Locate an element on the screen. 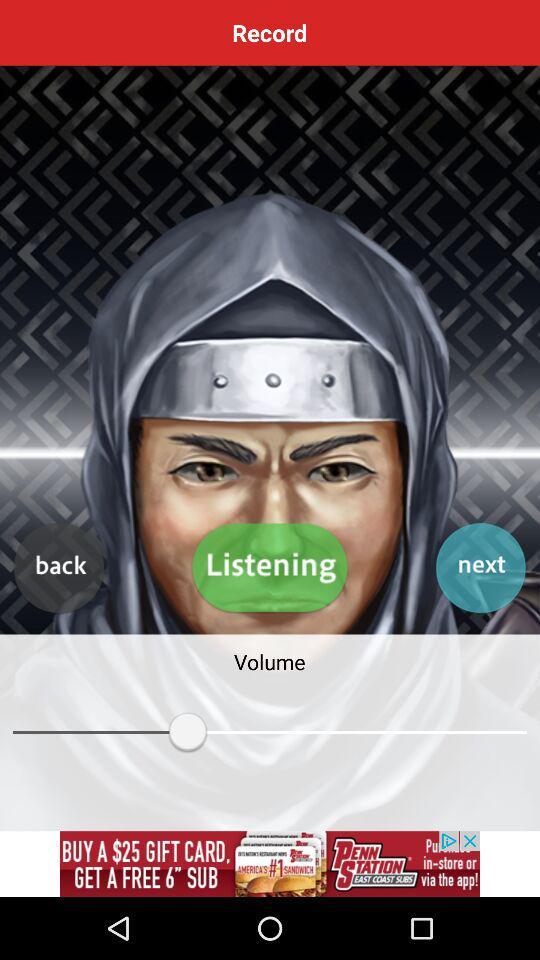 The height and width of the screenshot is (960, 540). listening is located at coordinates (270, 568).